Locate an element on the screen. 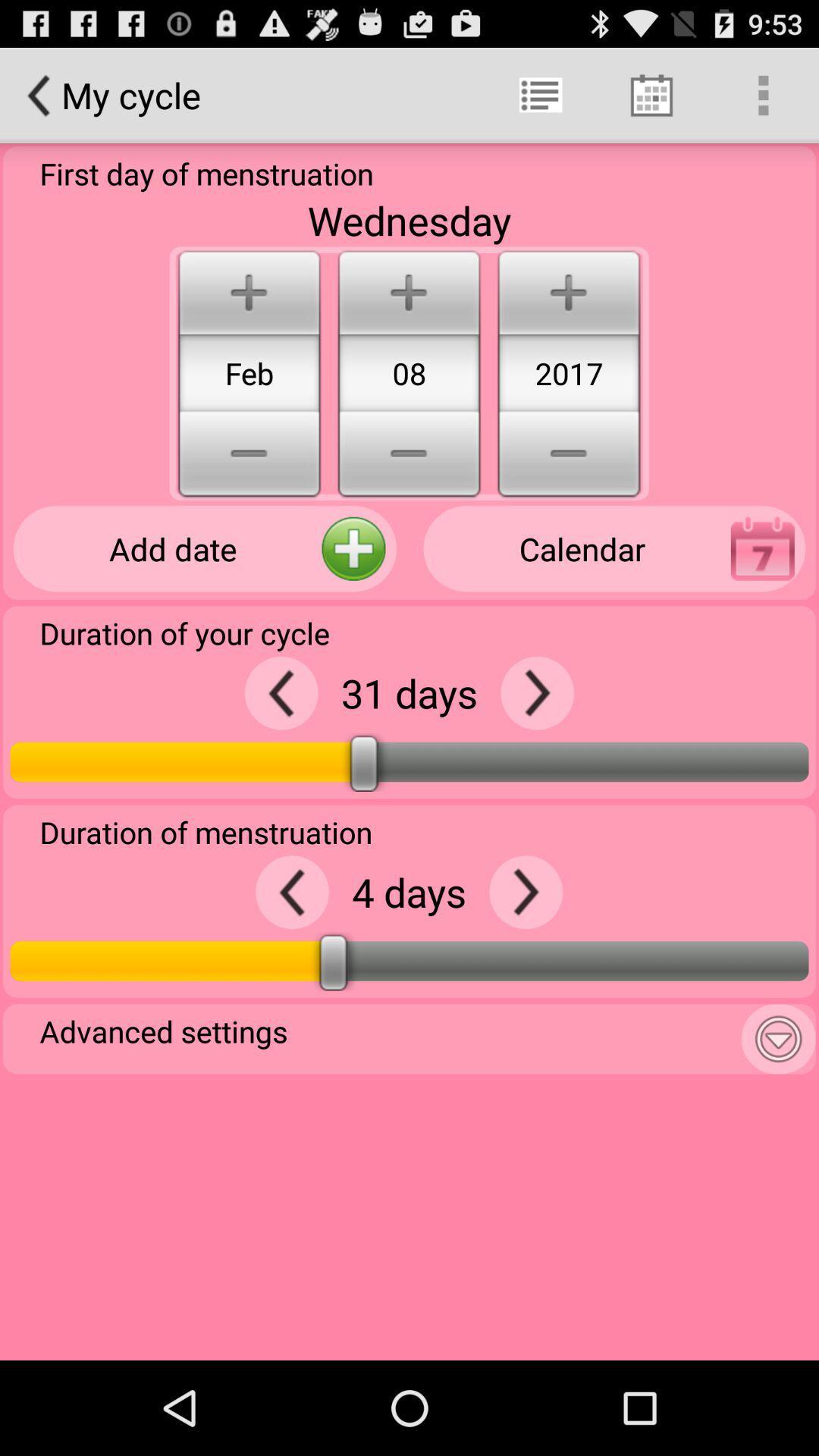  increase number of menstruation days is located at coordinates (525, 892).